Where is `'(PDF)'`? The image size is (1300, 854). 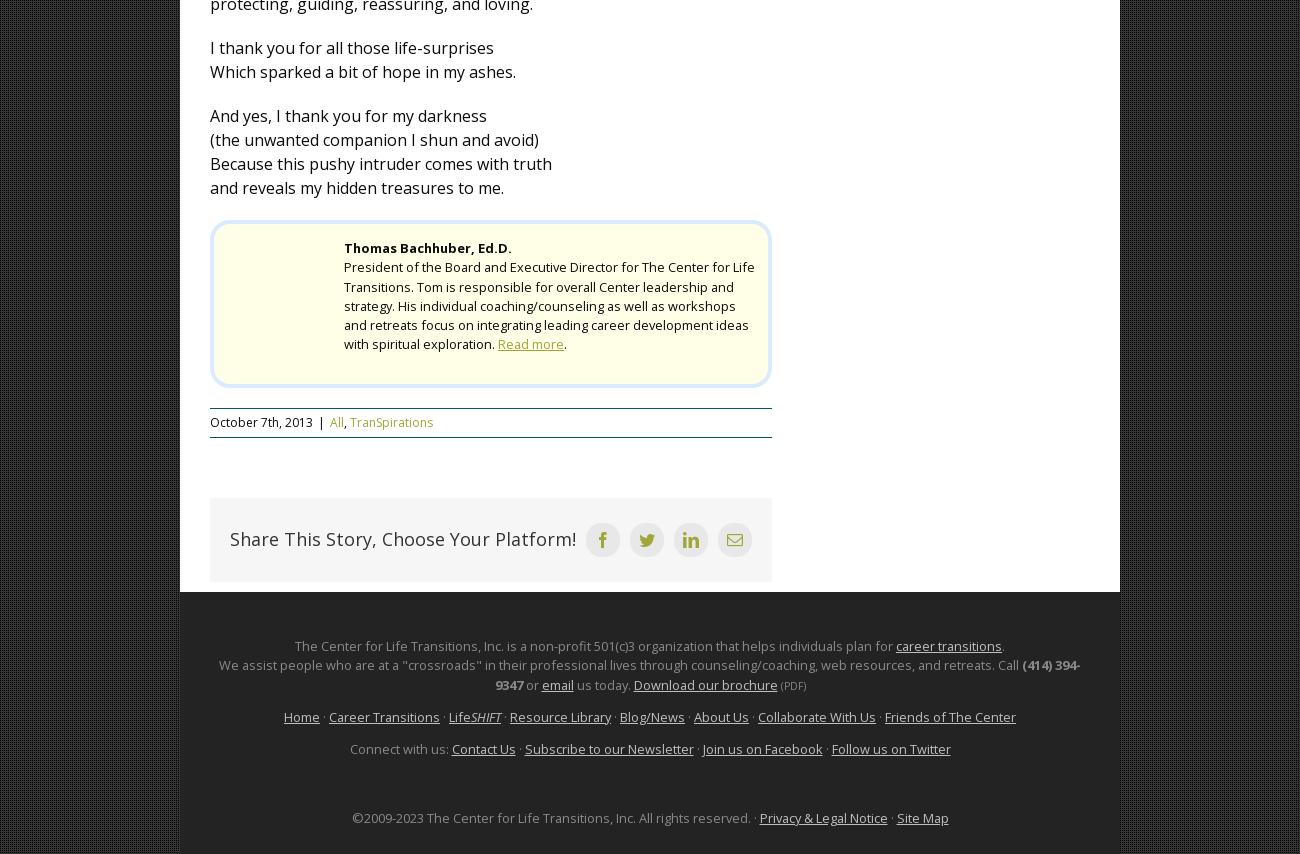
'(PDF)' is located at coordinates (791, 683).